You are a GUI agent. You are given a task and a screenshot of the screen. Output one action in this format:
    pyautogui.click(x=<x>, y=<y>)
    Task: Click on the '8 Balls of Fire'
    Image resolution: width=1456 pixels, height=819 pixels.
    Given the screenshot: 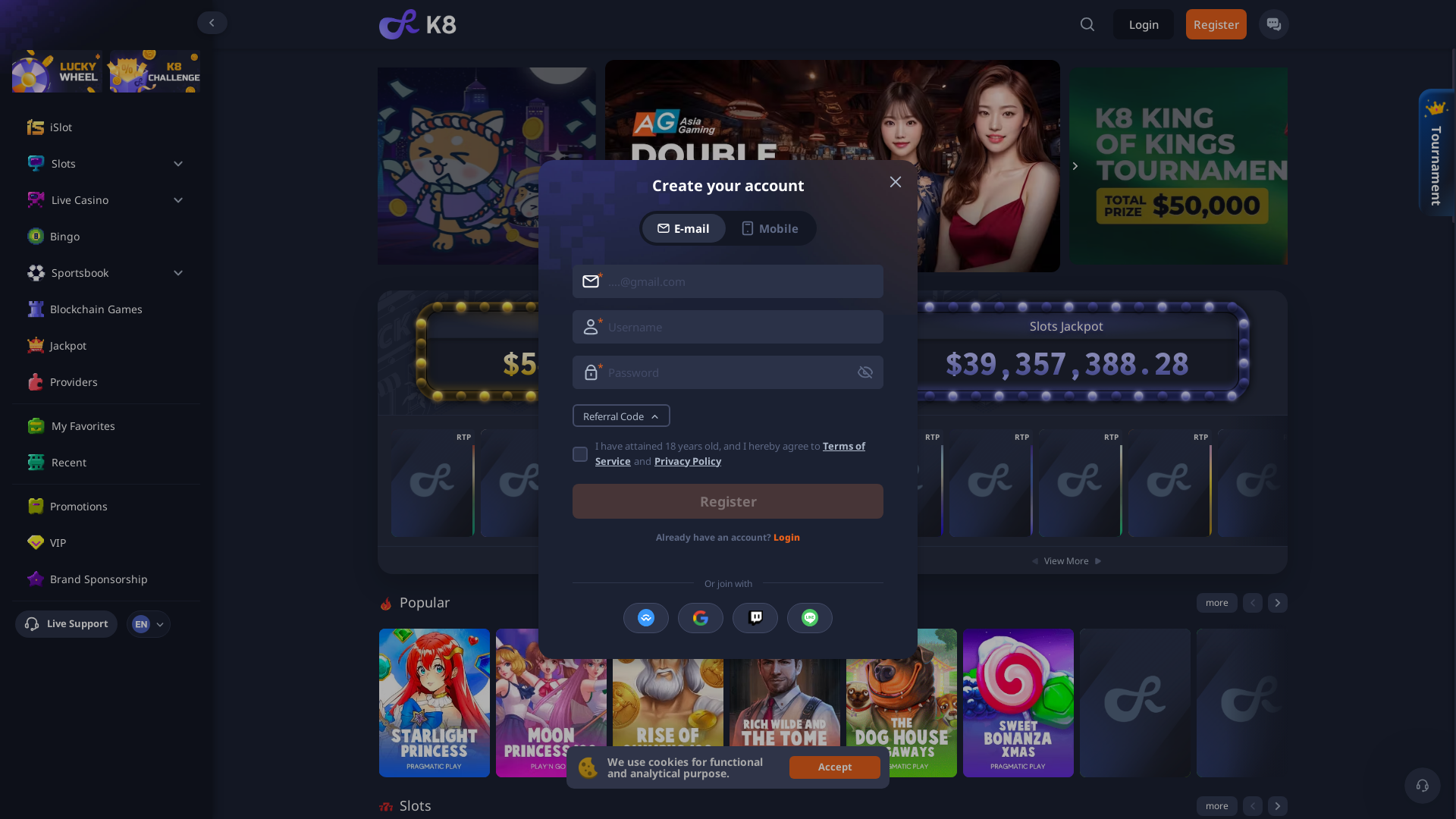 What is the action you would take?
    pyautogui.click(x=1259, y=482)
    